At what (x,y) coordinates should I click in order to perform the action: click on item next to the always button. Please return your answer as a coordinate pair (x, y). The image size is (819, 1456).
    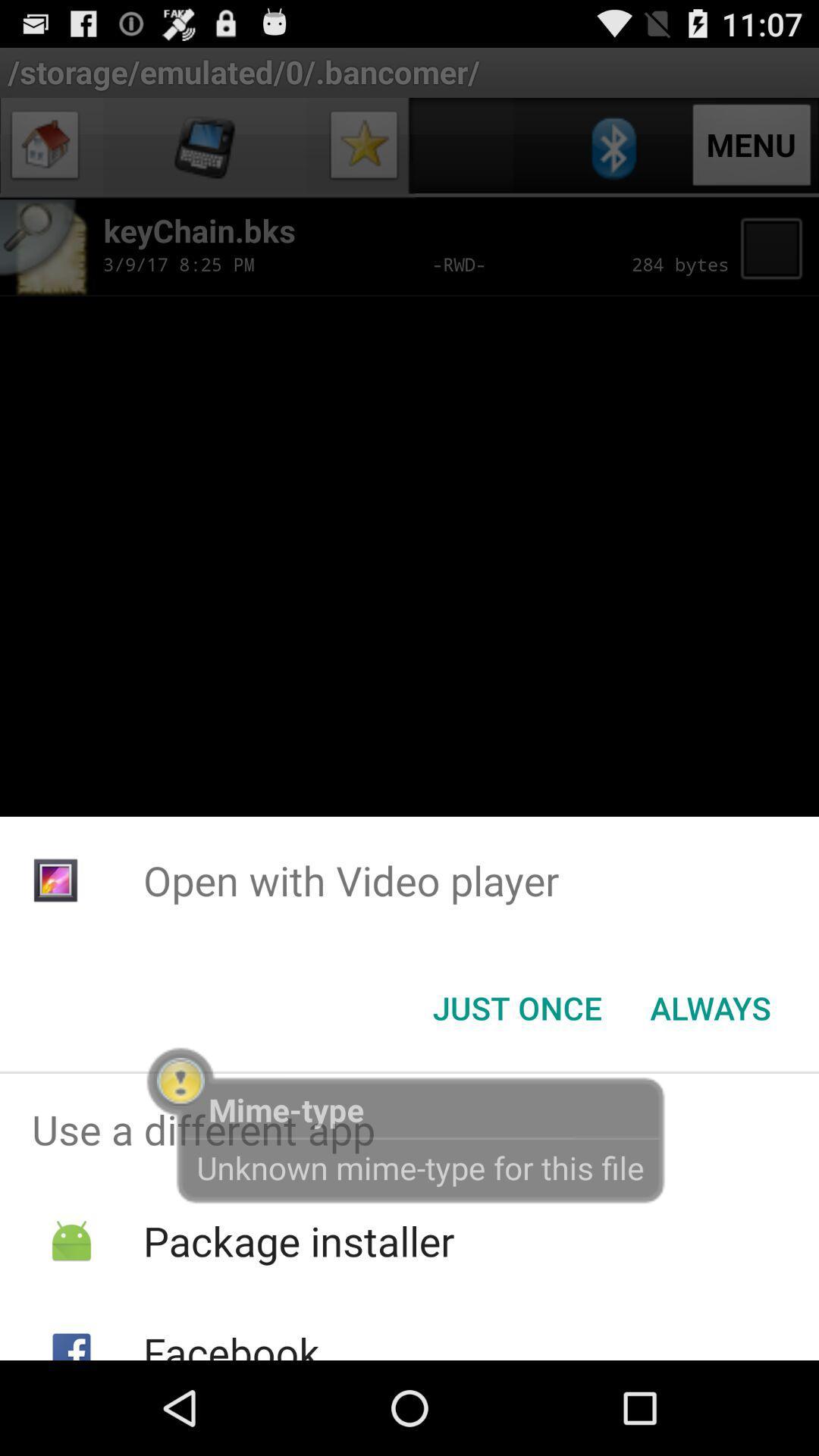
    Looking at the image, I should click on (516, 1008).